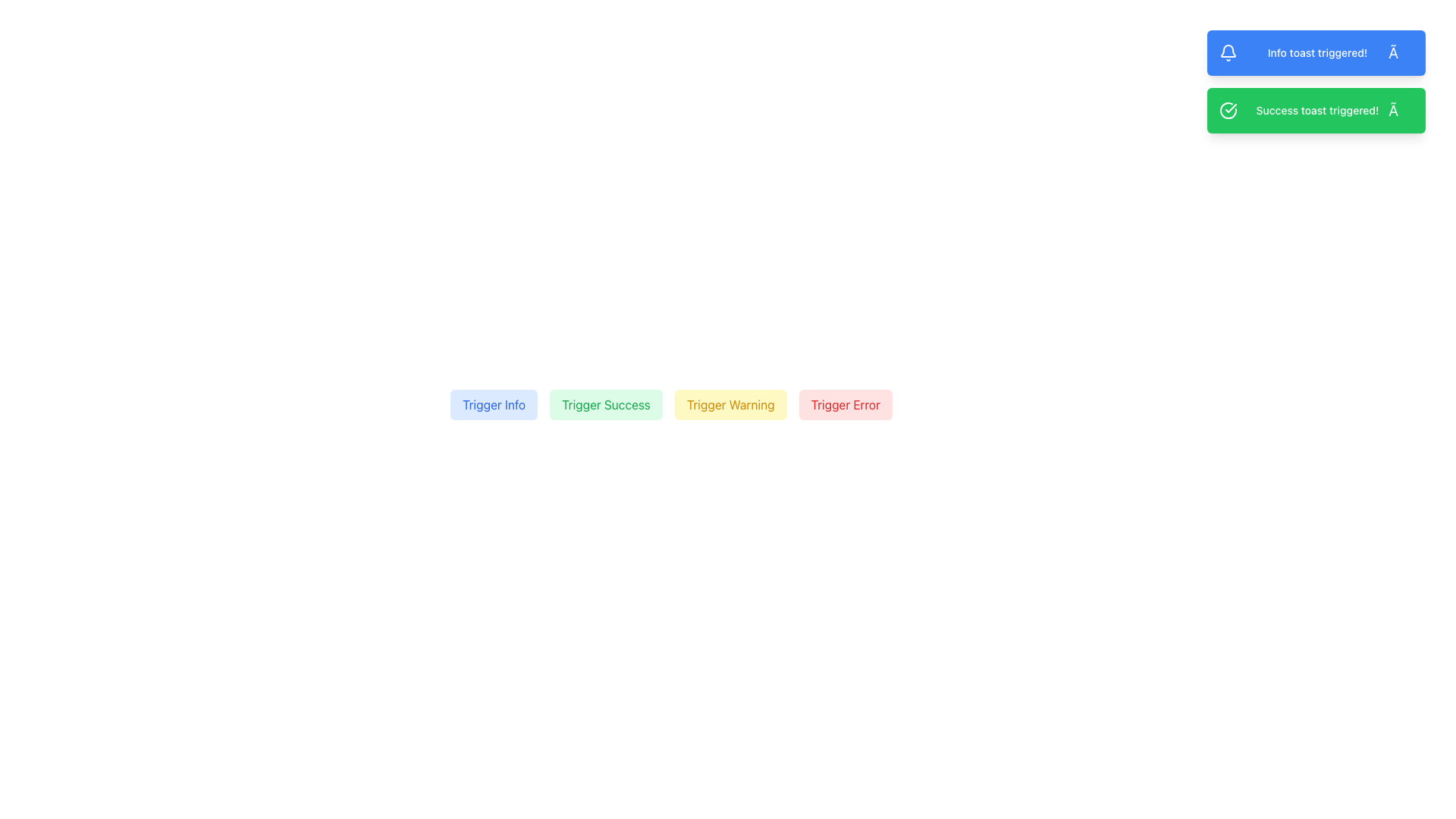 This screenshot has height=819, width=1456. I want to click on the fourth button in the horizontal set of buttons, so click(845, 403).